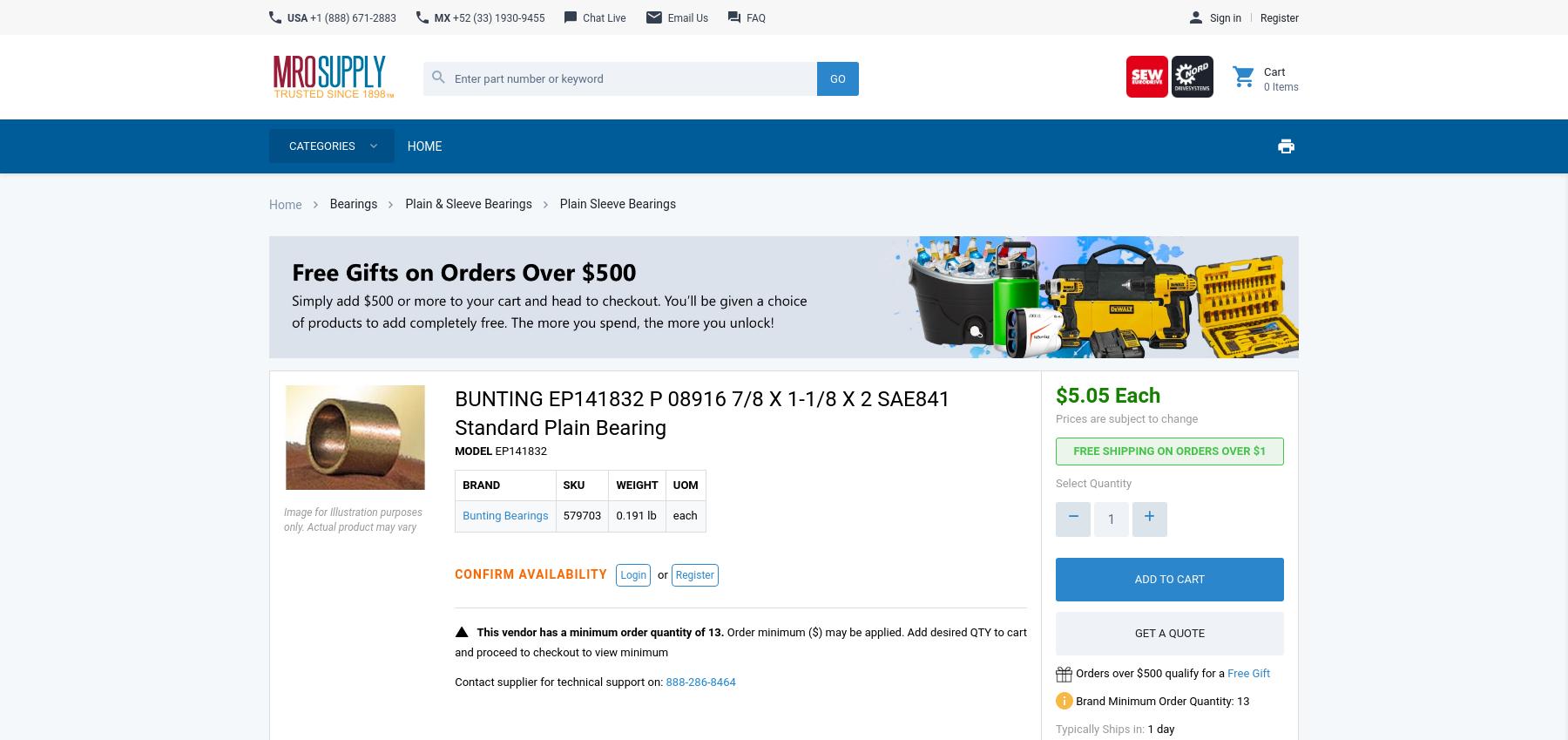 This screenshot has width=1568, height=740. What do you see at coordinates (1169, 578) in the screenshot?
I see `'ADD TO CART'` at bounding box center [1169, 578].